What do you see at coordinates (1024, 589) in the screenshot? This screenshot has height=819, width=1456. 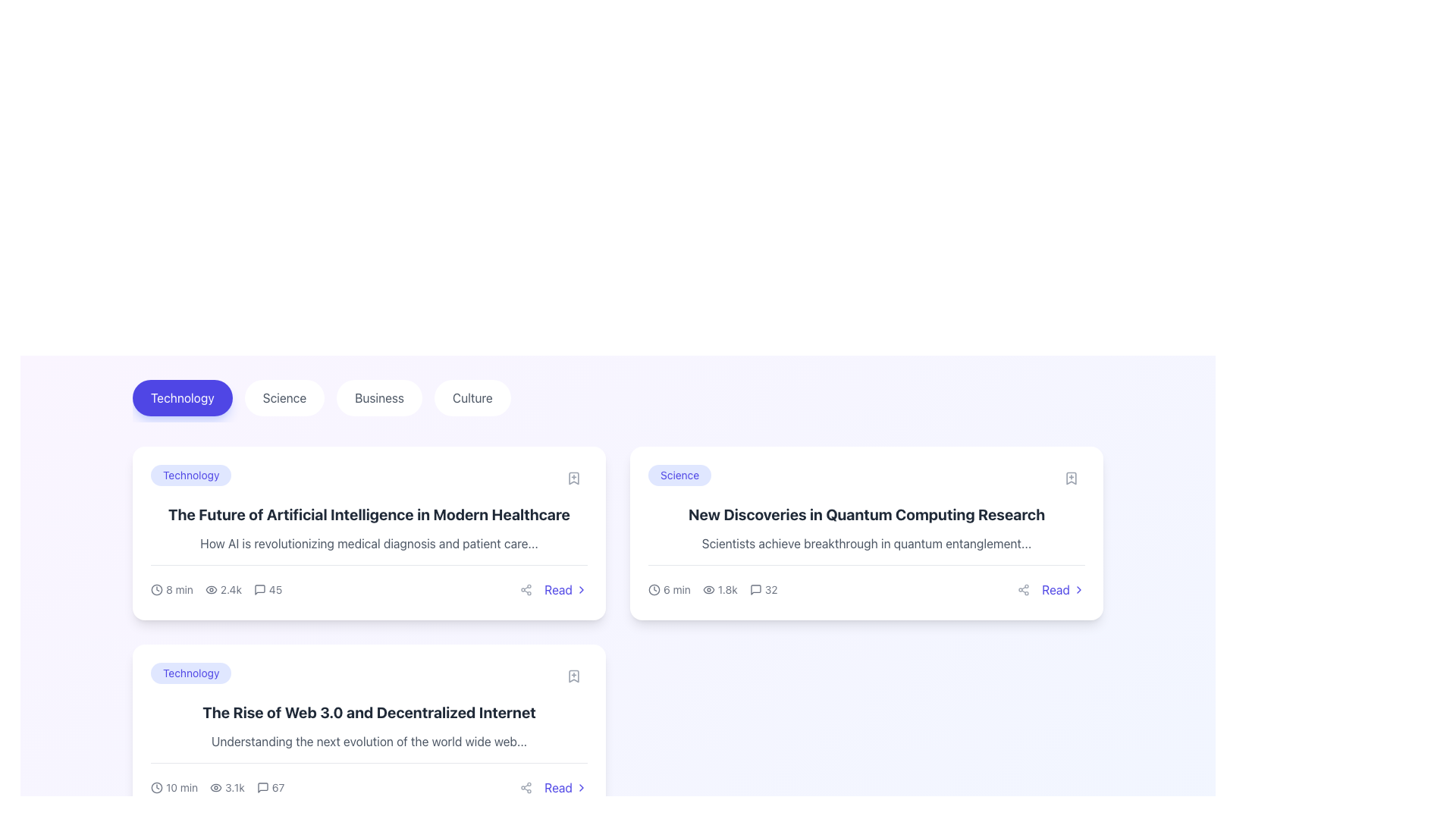 I see `the small circular share icon with a gray outline located to the left of the 'Read' text link in the bottom-right corner of the 'New Discoveries in Quantum Computing Research' card` at bounding box center [1024, 589].